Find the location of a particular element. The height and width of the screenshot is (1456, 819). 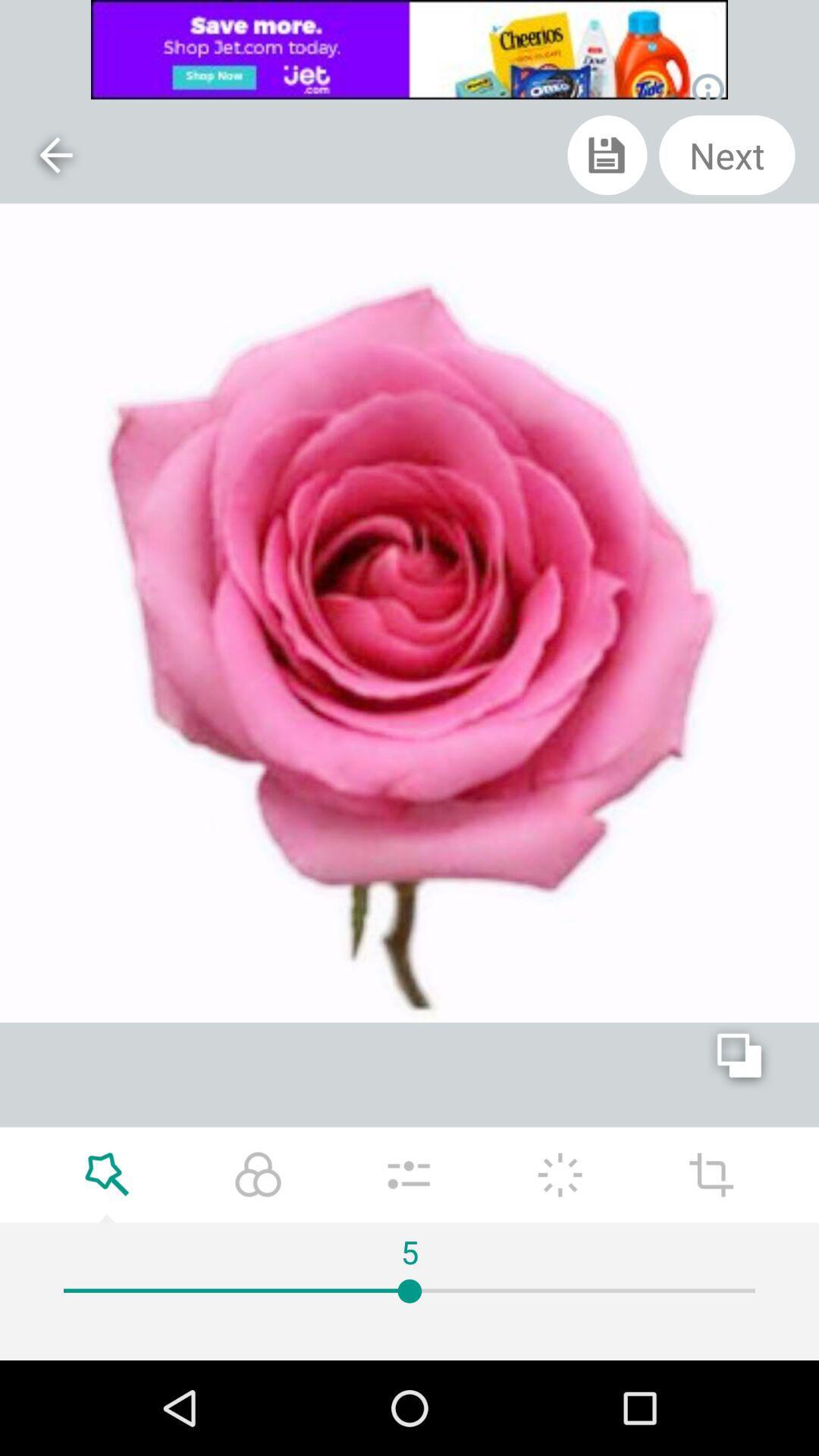

the save icon is located at coordinates (607, 155).